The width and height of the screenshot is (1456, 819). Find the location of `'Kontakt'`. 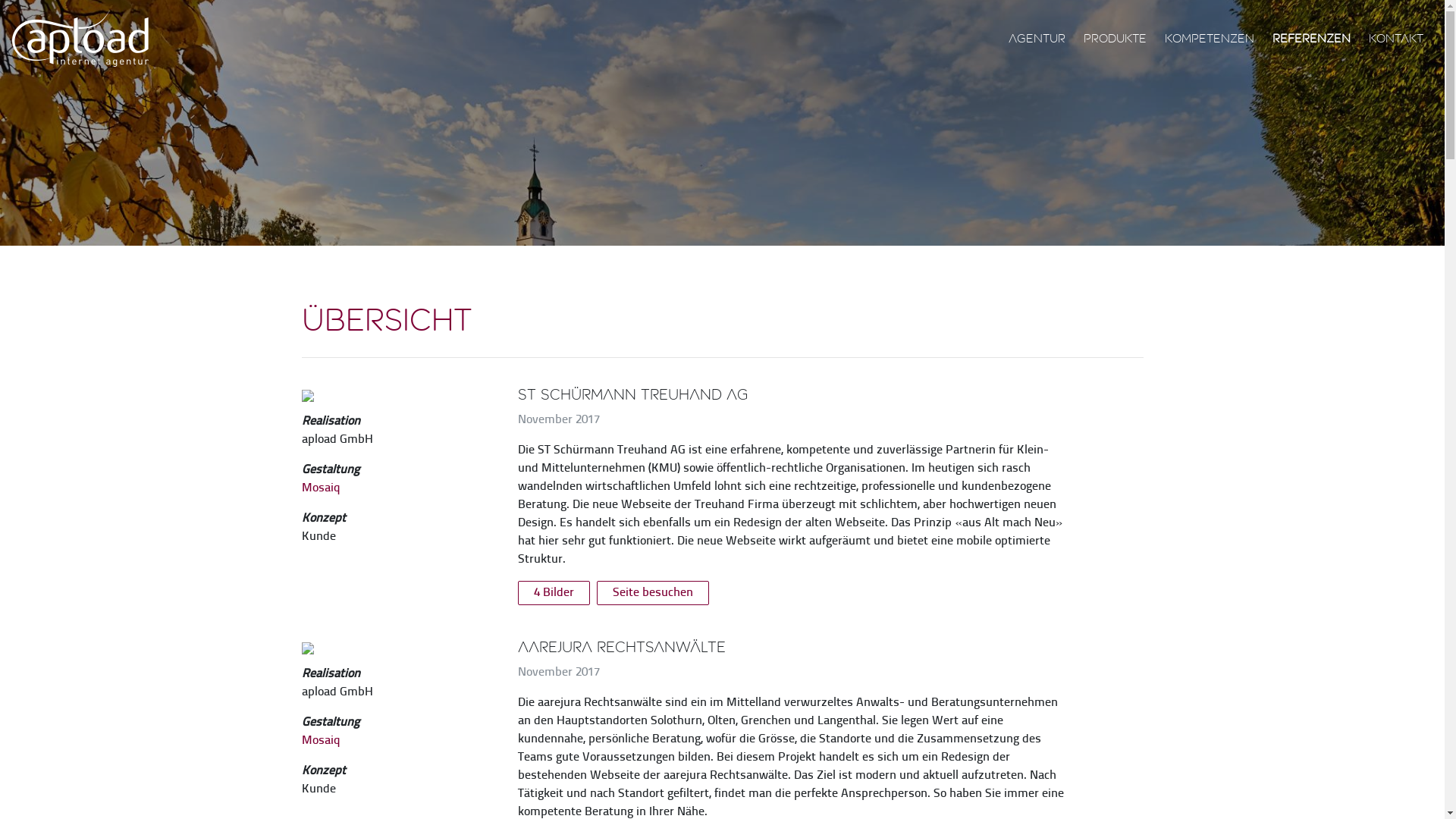

'Kontakt' is located at coordinates (1395, 38).